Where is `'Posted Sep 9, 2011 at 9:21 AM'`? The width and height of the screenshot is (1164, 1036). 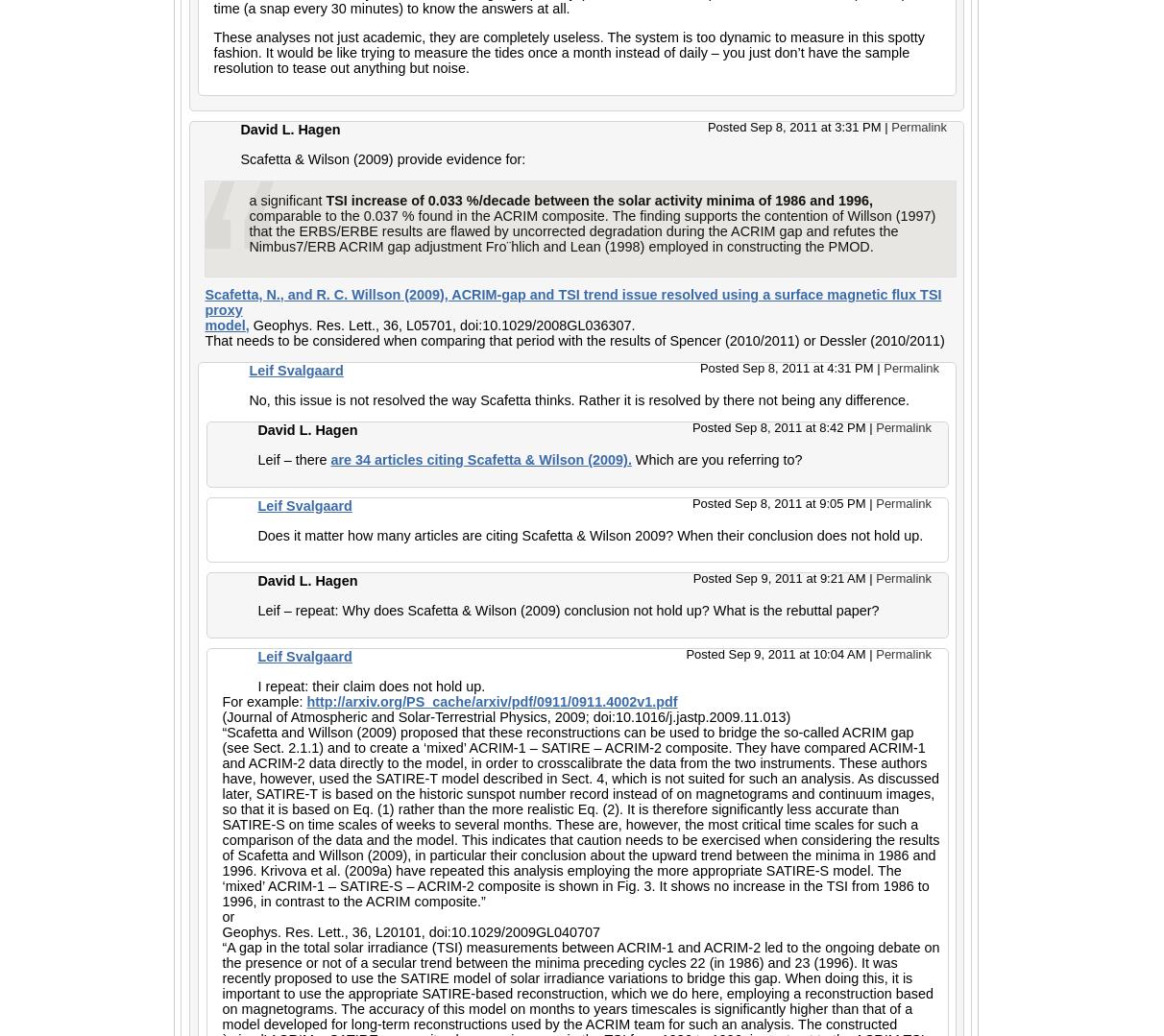
'Posted Sep 9, 2011 at 9:21 AM' is located at coordinates (780, 578).